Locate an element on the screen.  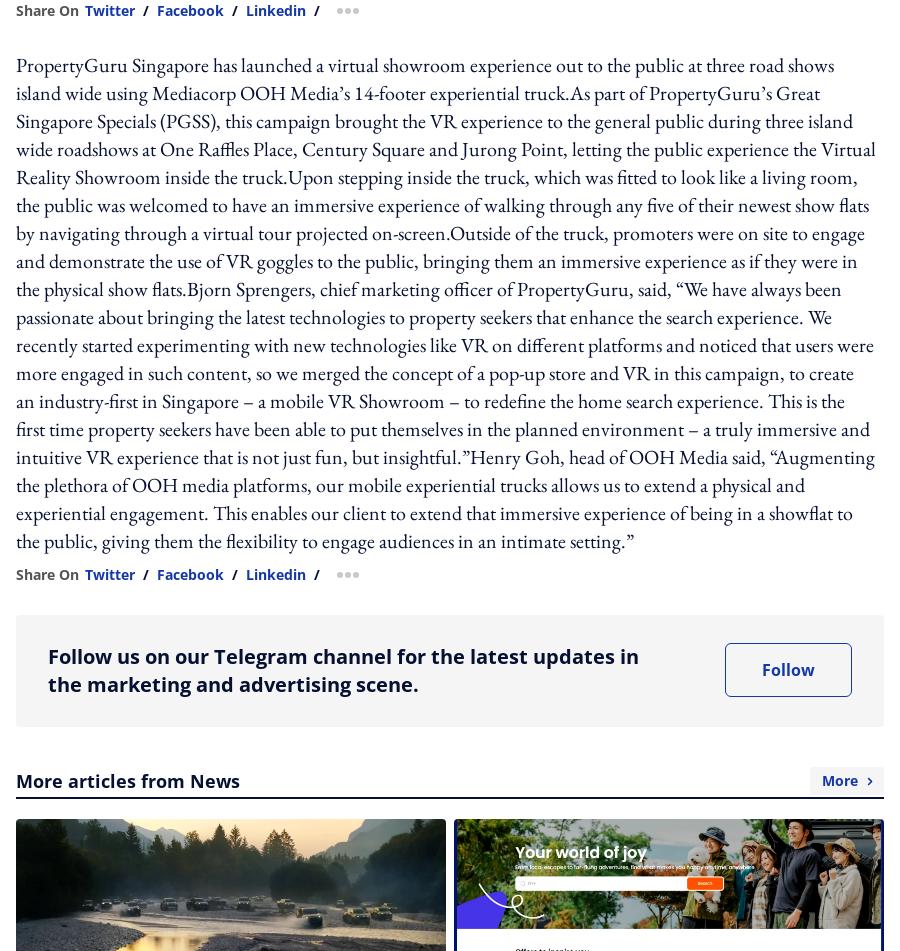
'marketing excellence awards' is located at coordinates (421, 160).